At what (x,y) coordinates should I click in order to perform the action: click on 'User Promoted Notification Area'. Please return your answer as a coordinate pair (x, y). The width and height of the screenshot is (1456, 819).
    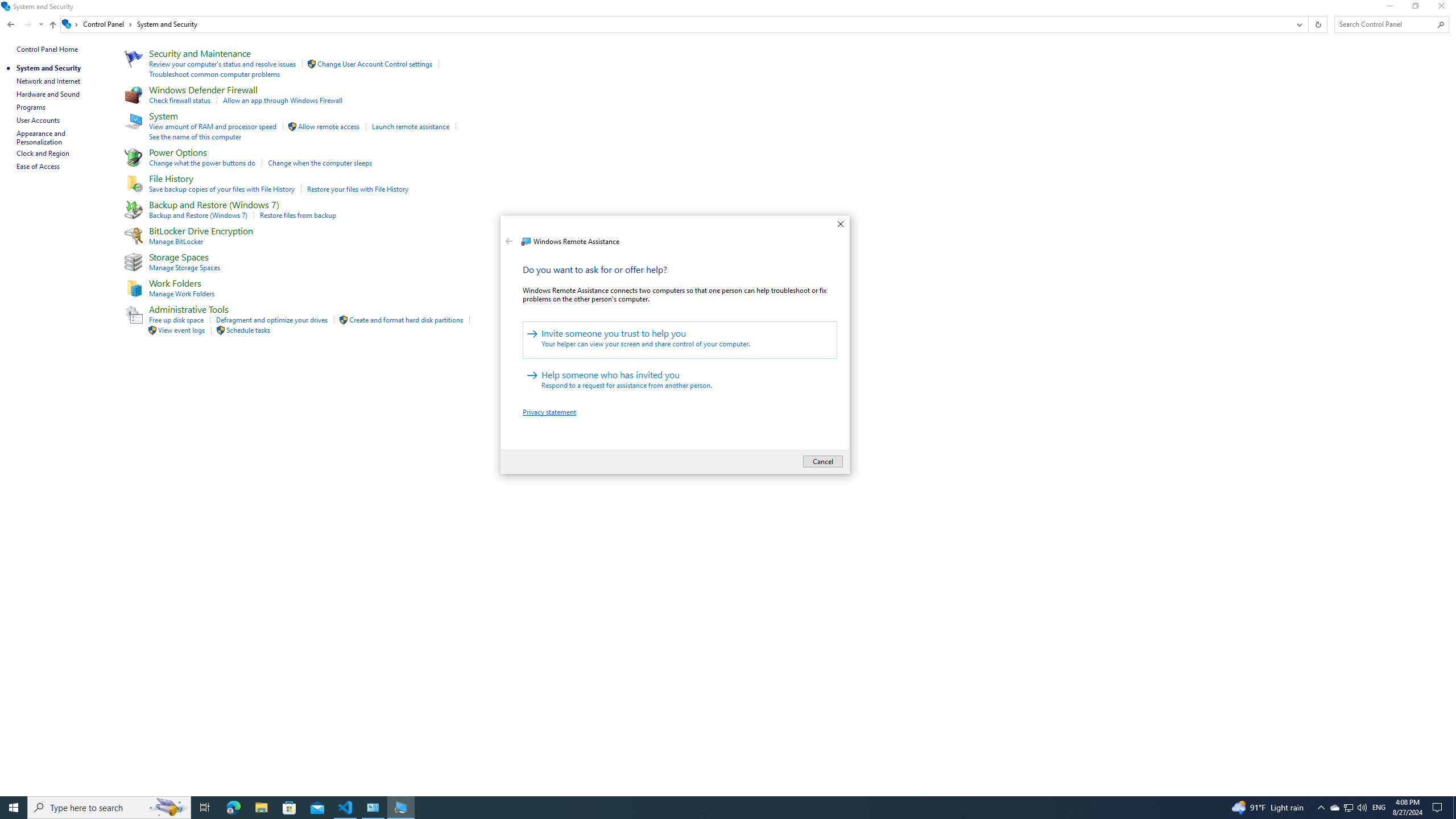
    Looking at the image, I should click on (1347, 806).